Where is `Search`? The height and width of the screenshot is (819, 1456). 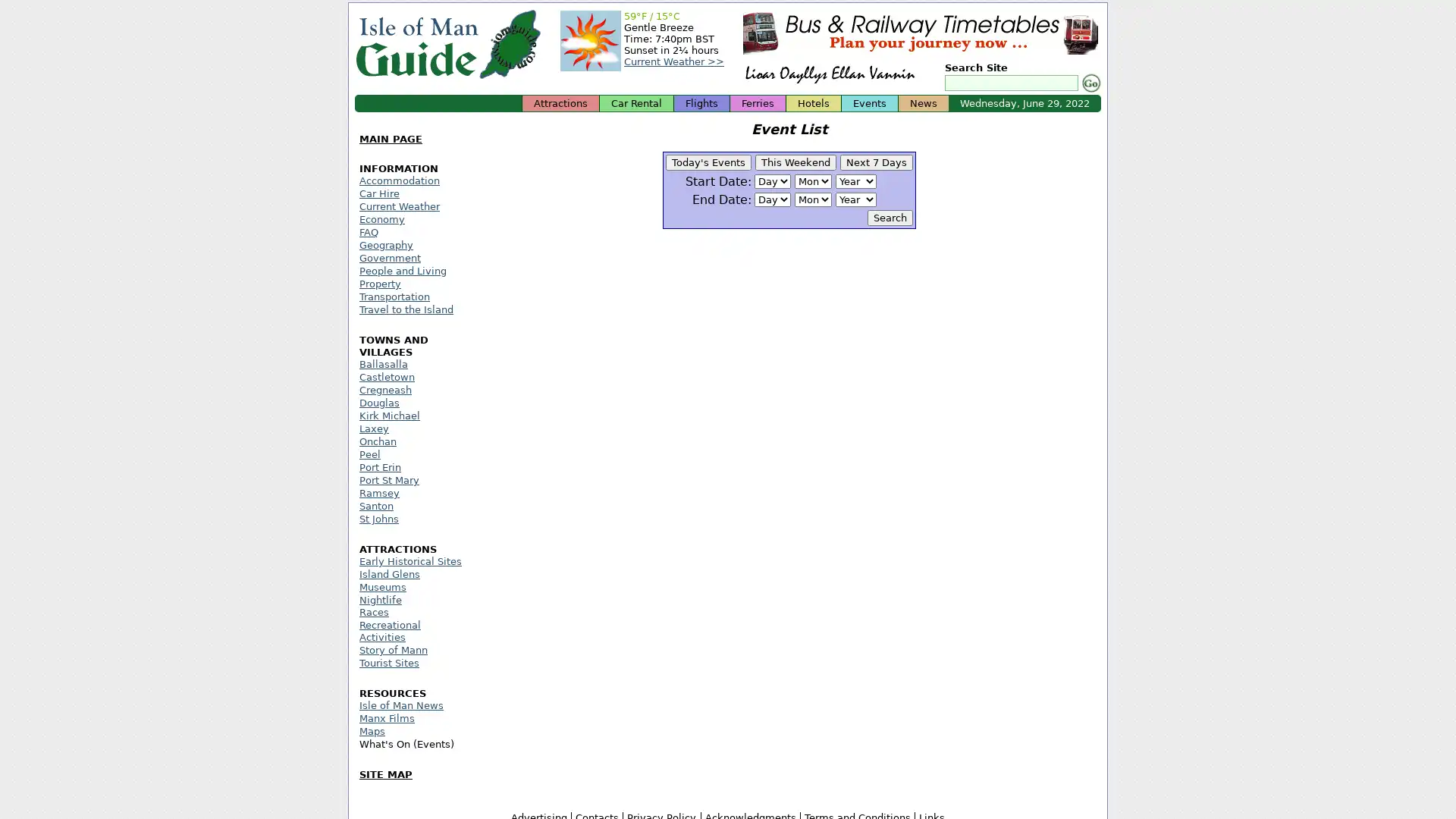 Search is located at coordinates (1088, 83).